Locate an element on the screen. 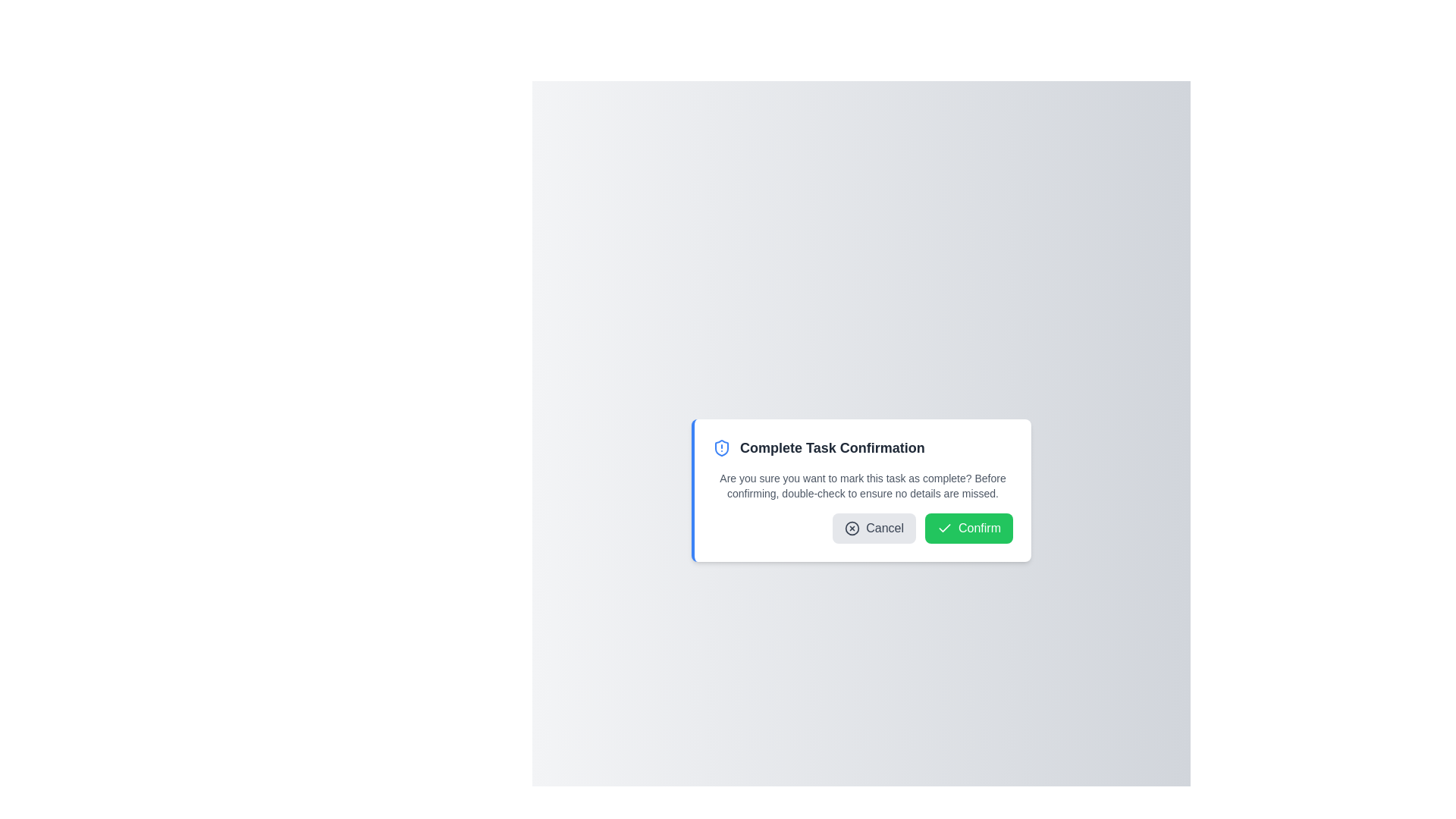 The image size is (1456, 819). the blue shield icon with an alert symbol inside, located to the left of the text 'Complete Task Confirmation' in the modal is located at coordinates (720, 447).